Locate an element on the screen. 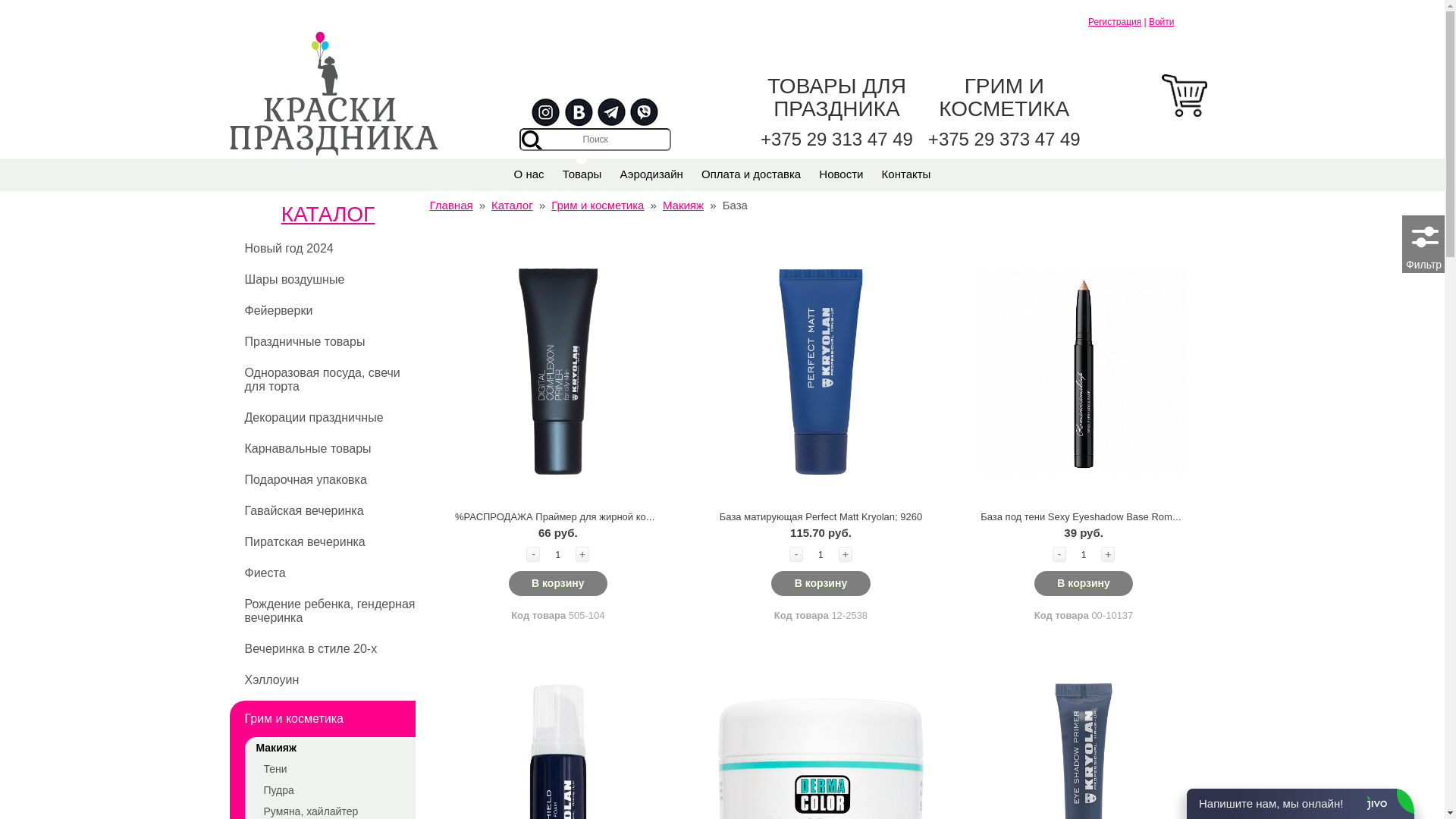  'viber' is located at coordinates (644, 112).